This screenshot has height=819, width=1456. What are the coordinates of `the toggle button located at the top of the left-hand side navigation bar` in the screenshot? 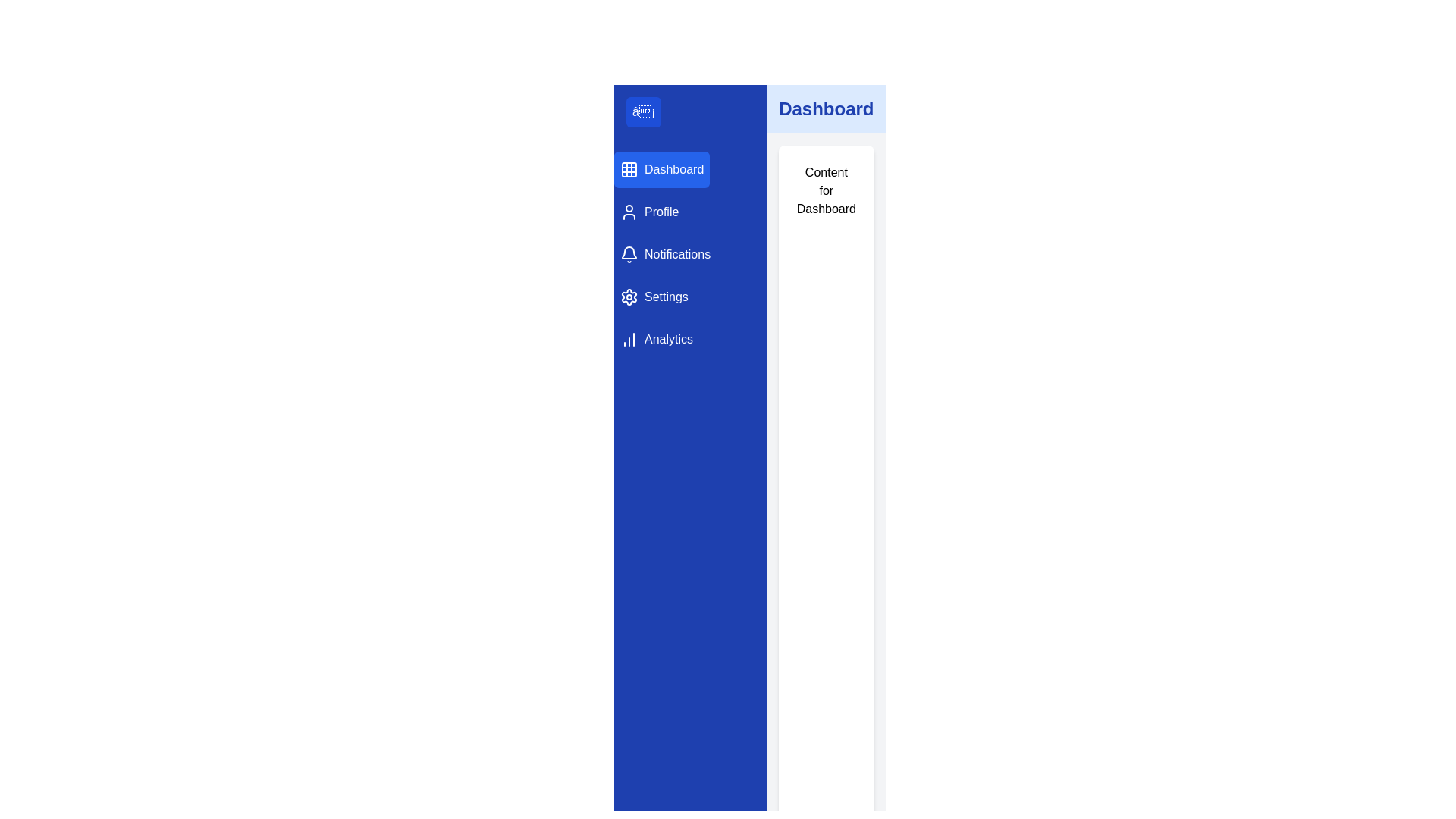 It's located at (689, 111).